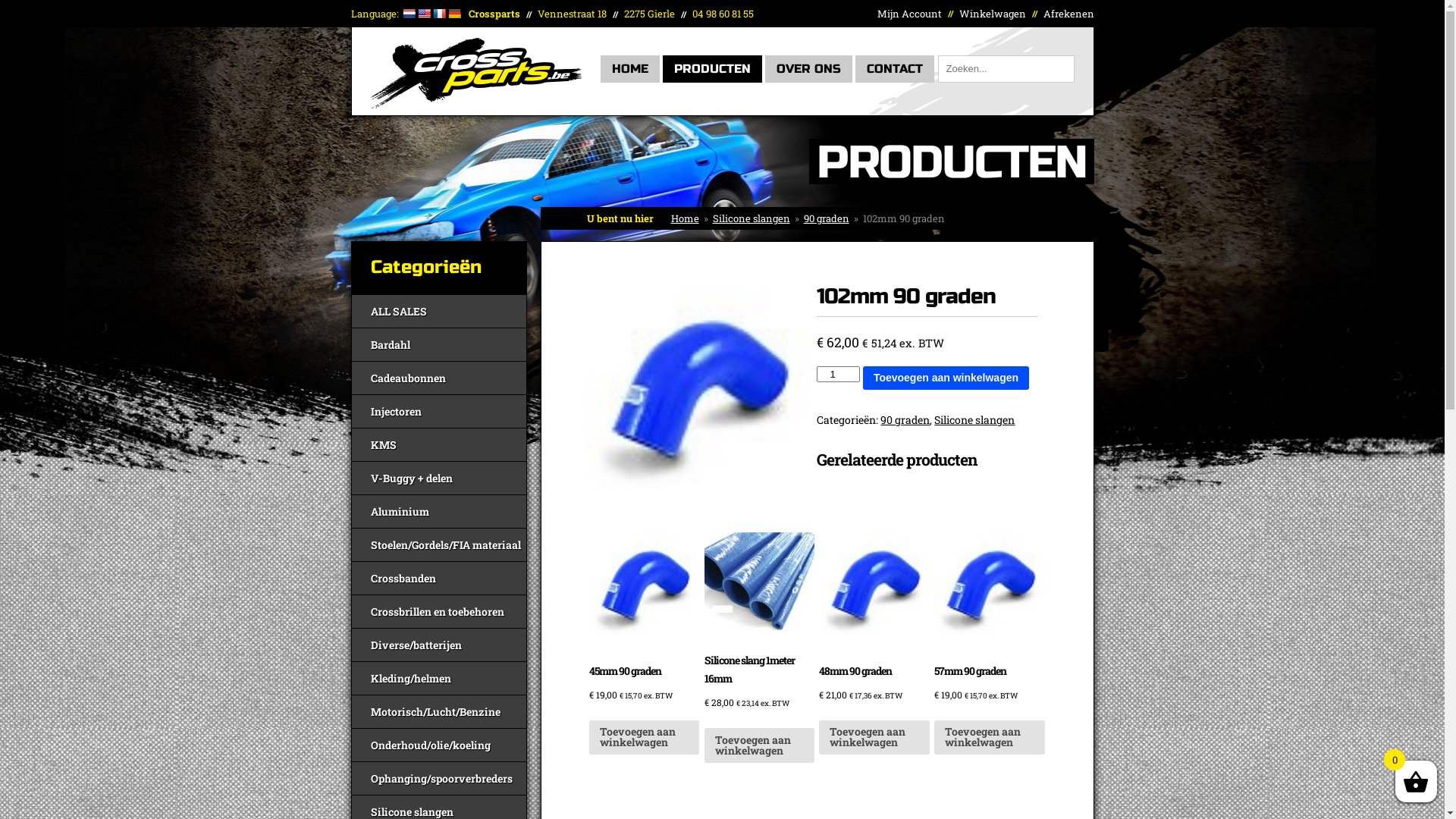  I want to click on 'CONTACT', so click(895, 69).